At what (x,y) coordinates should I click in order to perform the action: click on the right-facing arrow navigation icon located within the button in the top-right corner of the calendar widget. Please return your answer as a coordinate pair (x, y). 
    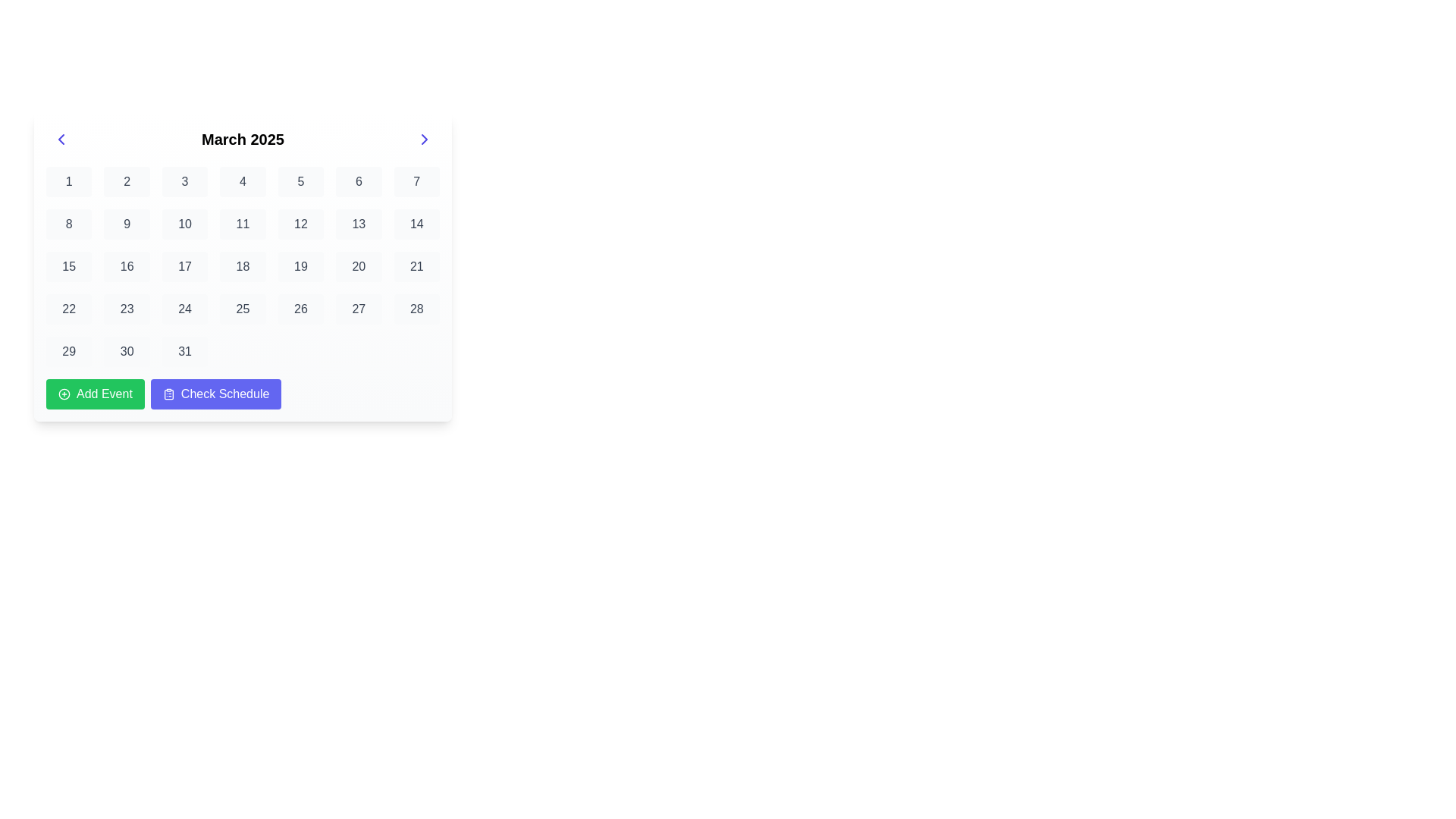
    Looking at the image, I should click on (425, 140).